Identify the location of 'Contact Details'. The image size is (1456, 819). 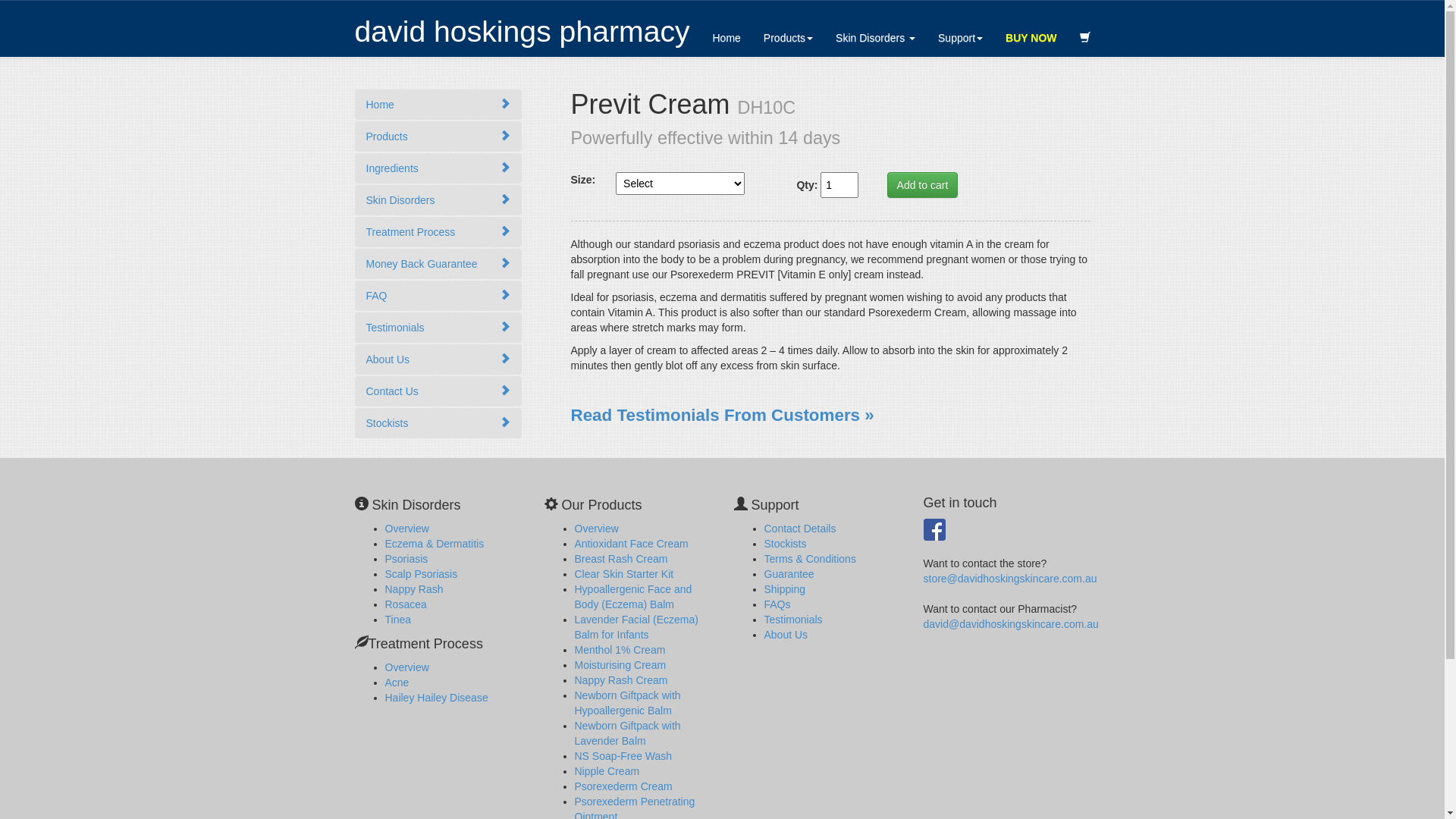
(799, 528).